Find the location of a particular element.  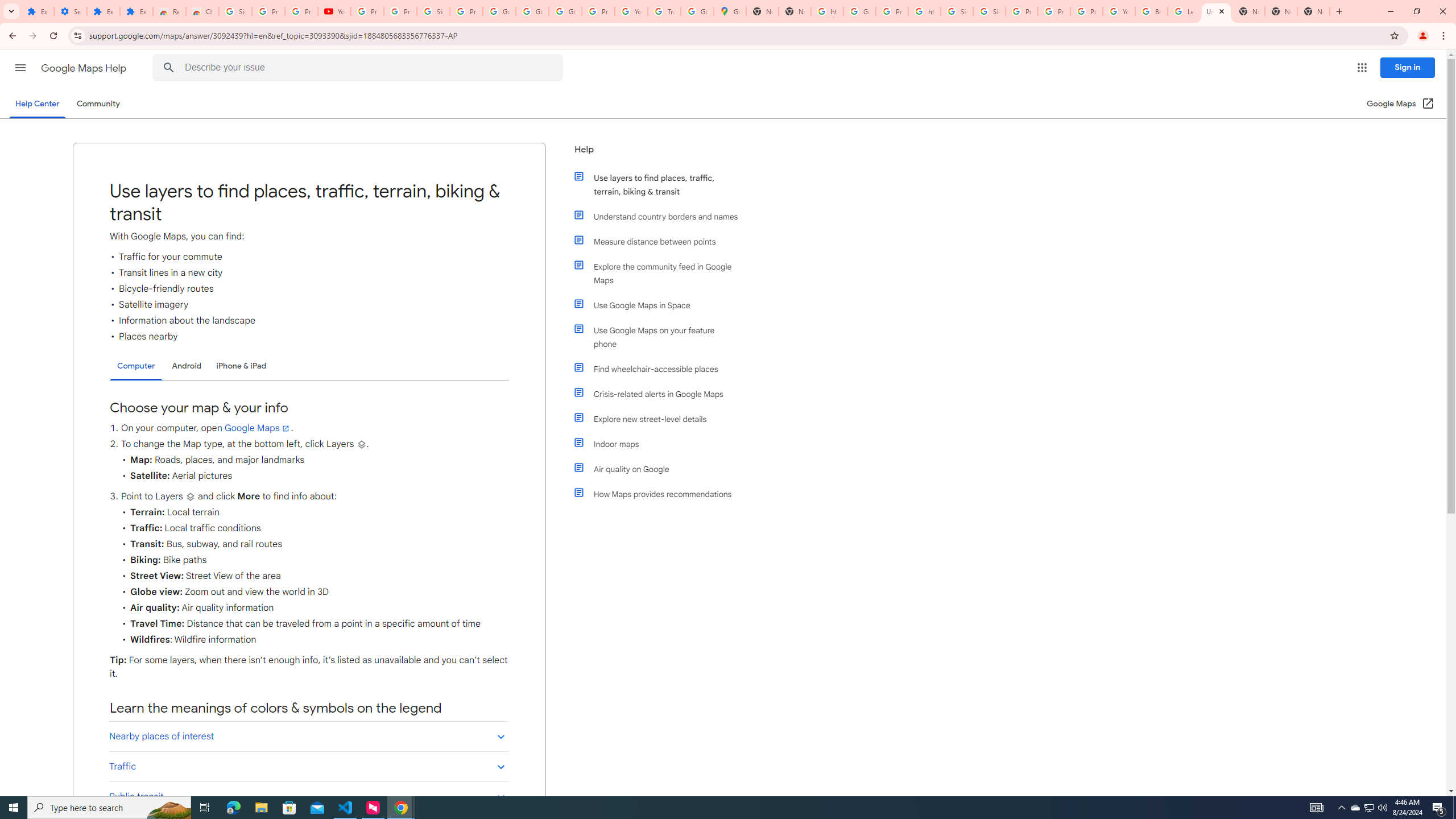

'Chrome Web Store - Themes' is located at coordinates (201, 11).